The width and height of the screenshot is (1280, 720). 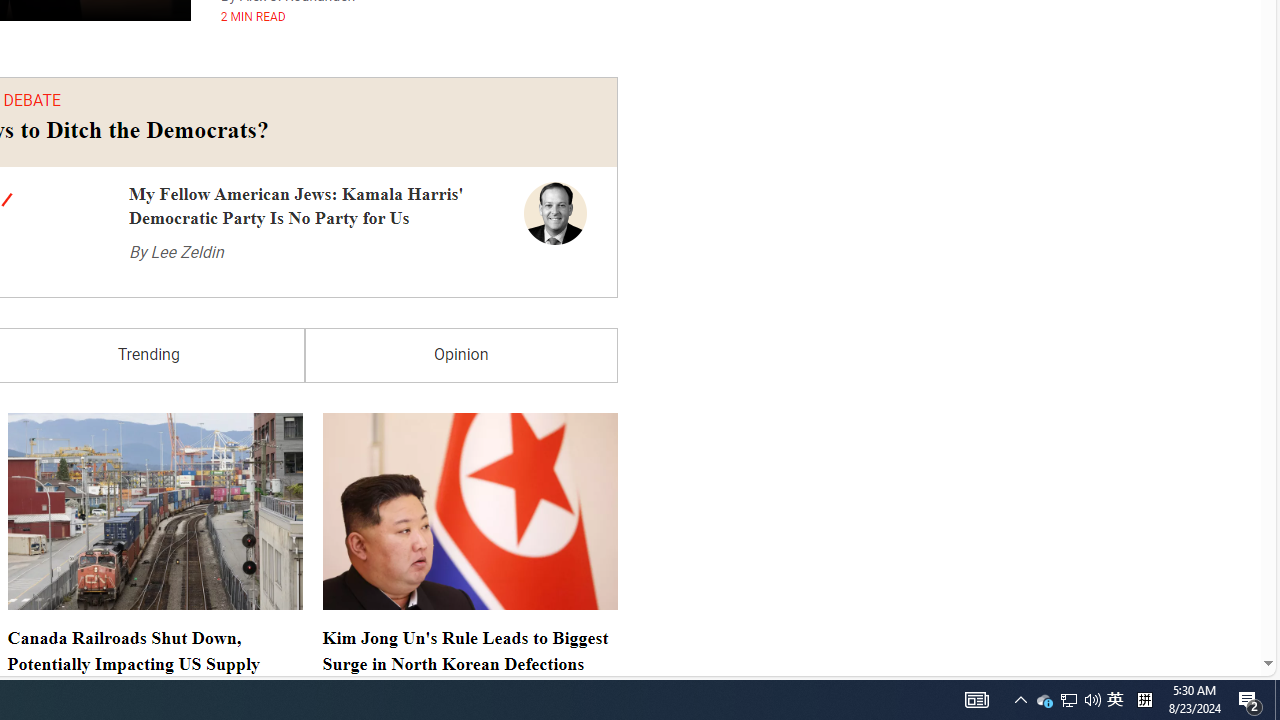 I want to click on 'Opinion', so click(x=460, y=354).